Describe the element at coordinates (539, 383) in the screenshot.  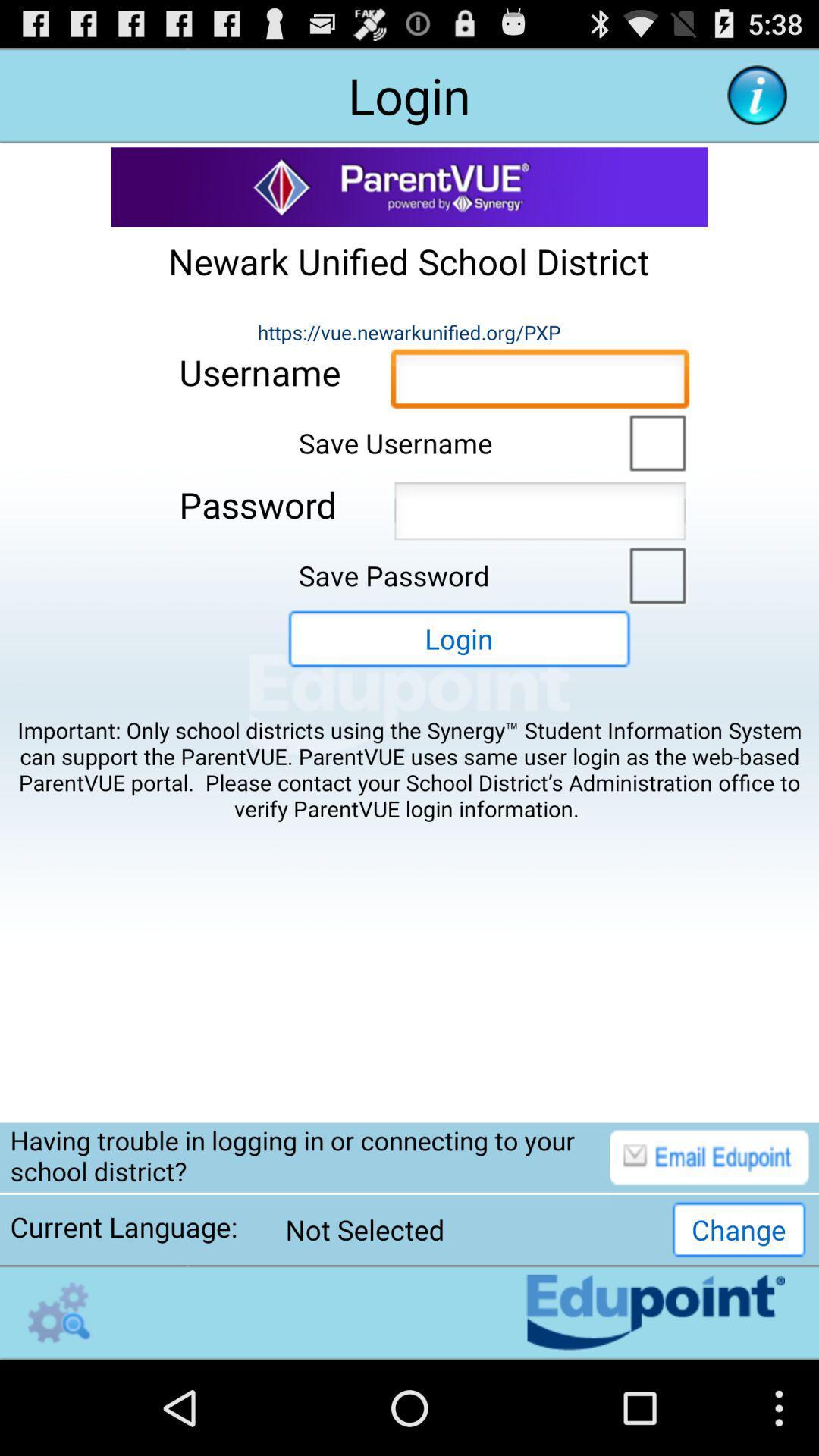
I see `username` at that location.